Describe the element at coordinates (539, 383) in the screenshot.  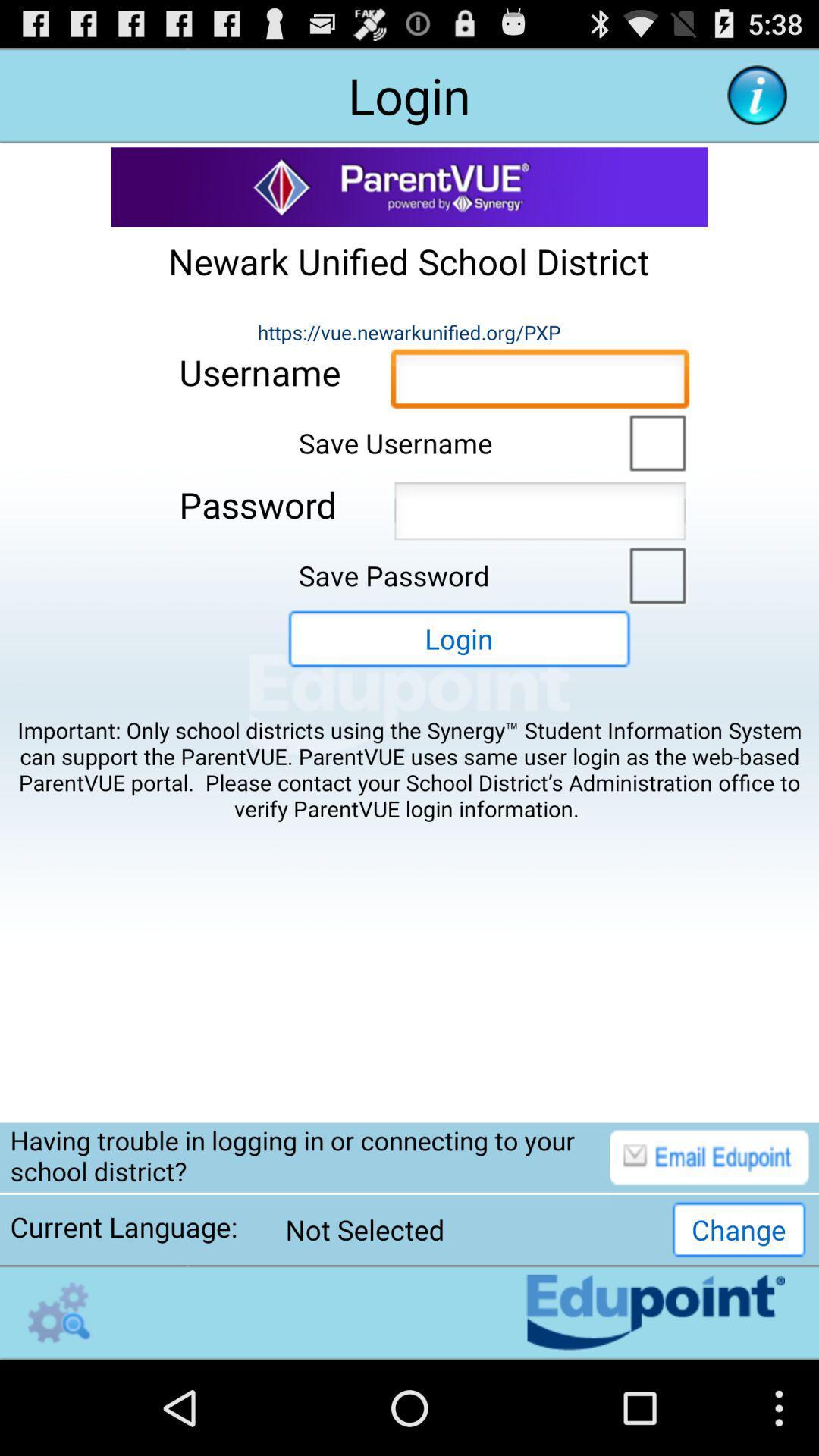
I see `username` at that location.